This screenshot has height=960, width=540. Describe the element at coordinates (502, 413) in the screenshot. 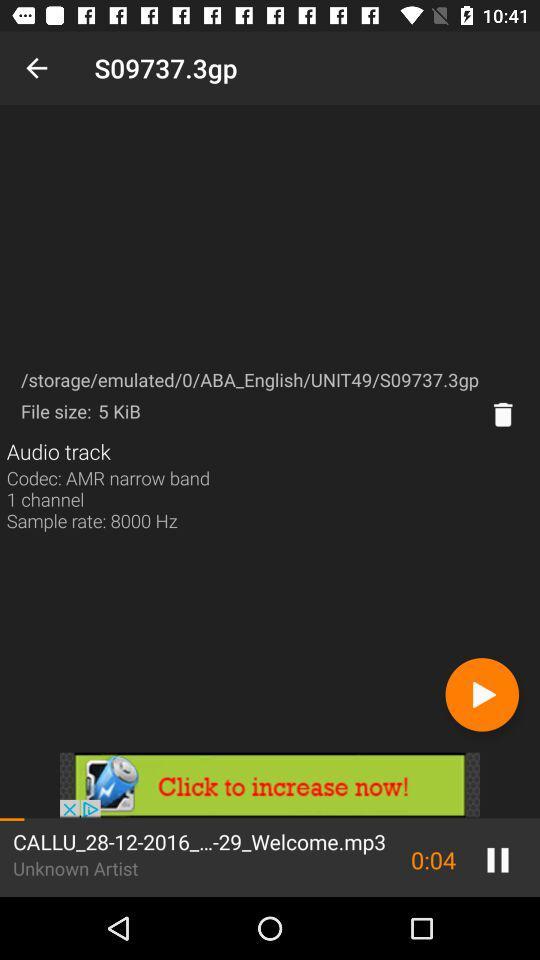

I see `delete` at that location.